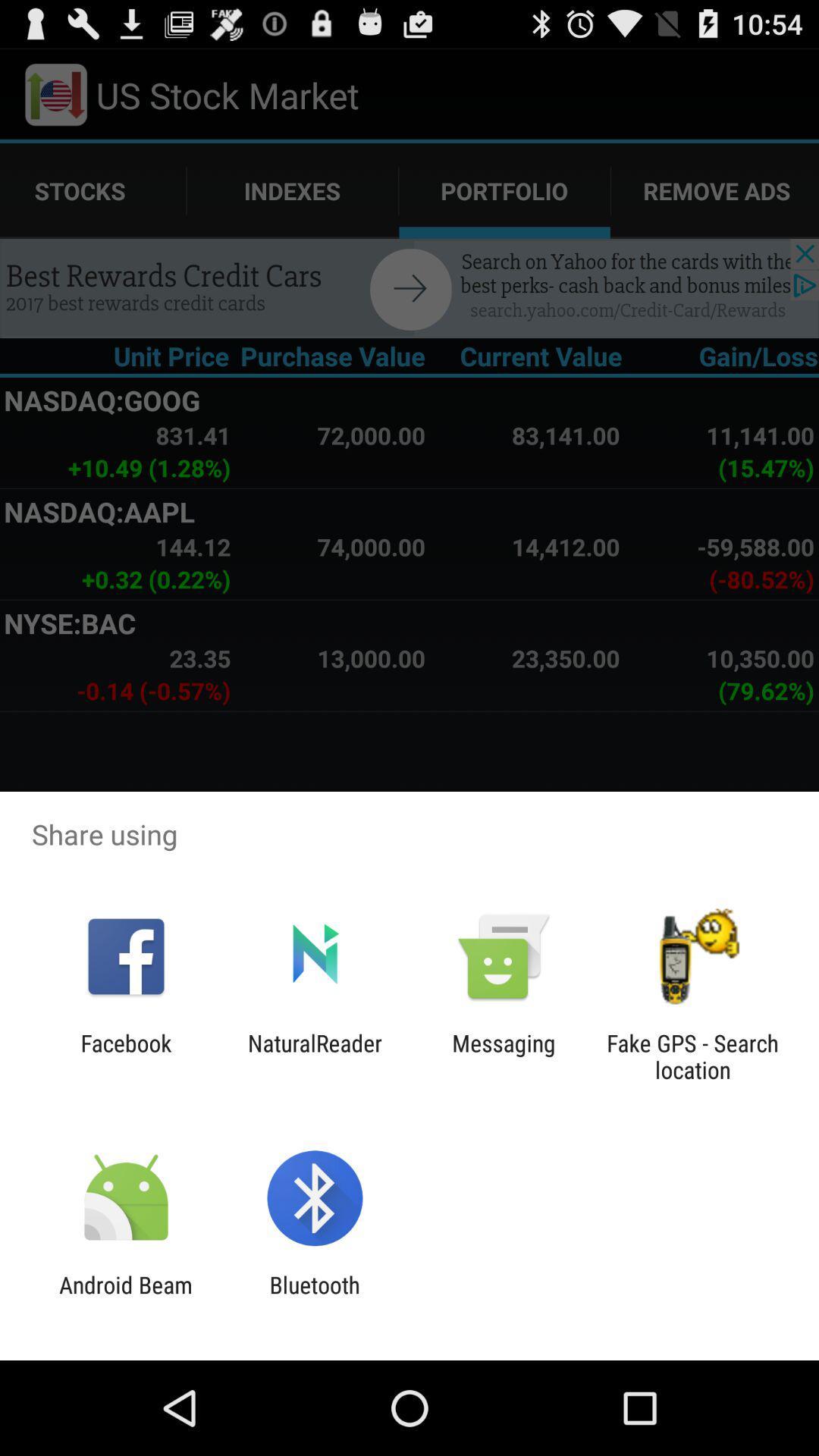  Describe the element at coordinates (314, 1298) in the screenshot. I see `the icon to the right of android beam` at that location.